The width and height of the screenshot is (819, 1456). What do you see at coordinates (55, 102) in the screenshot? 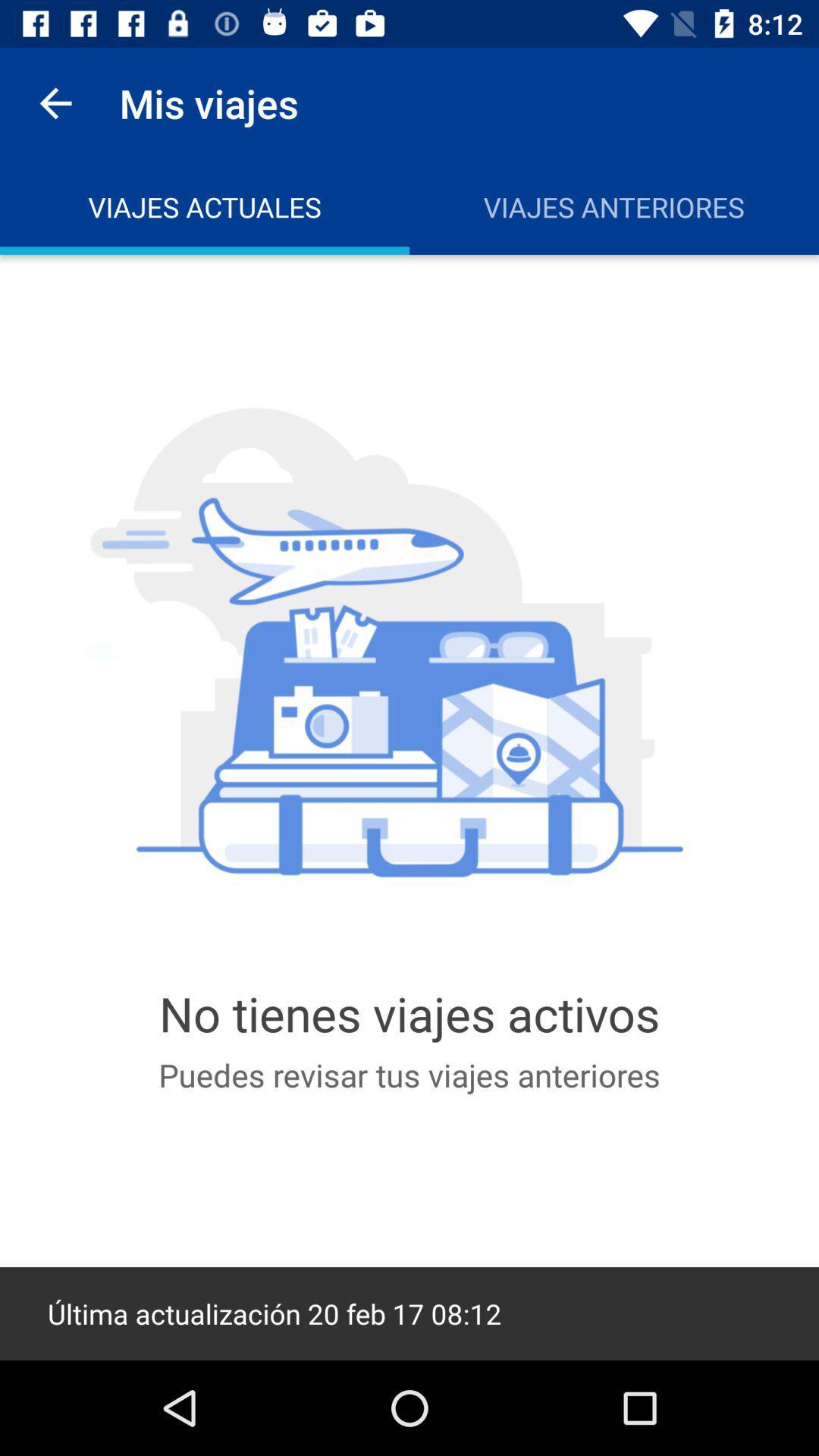
I see `app next to mis viajes app` at bounding box center [55, 102].